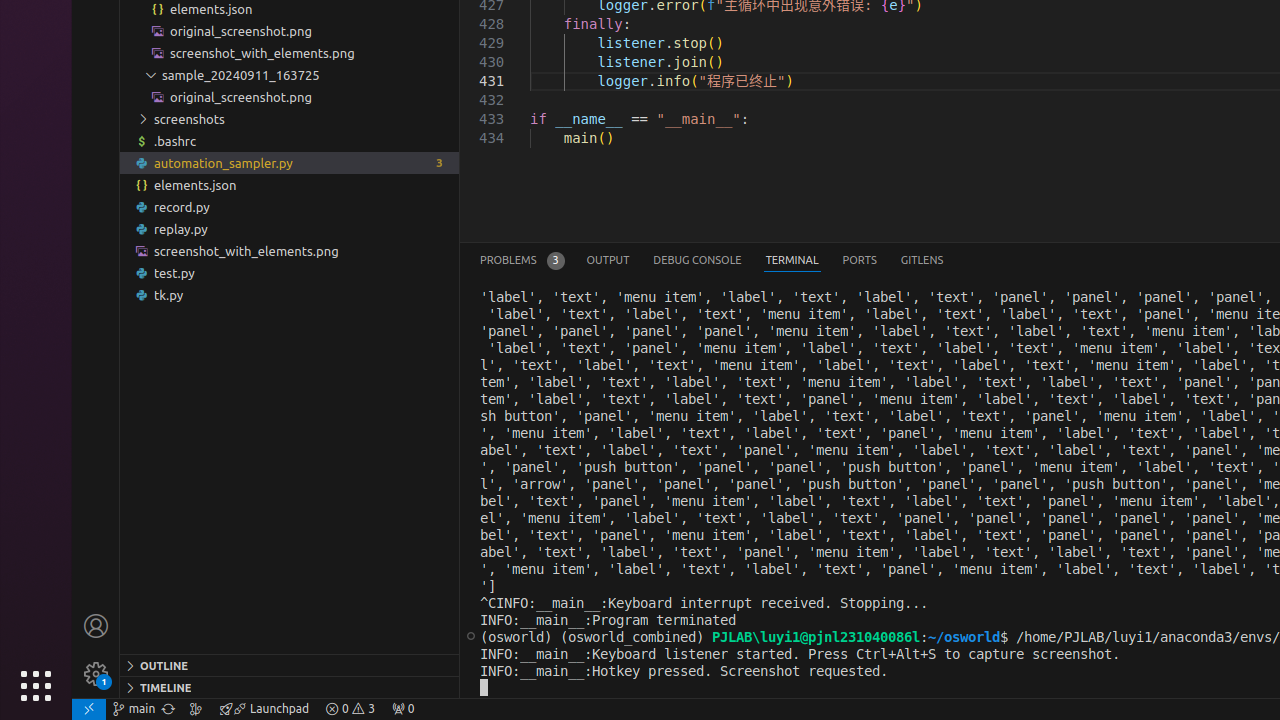  I want to click on 'screenshots', so click(288, 119).